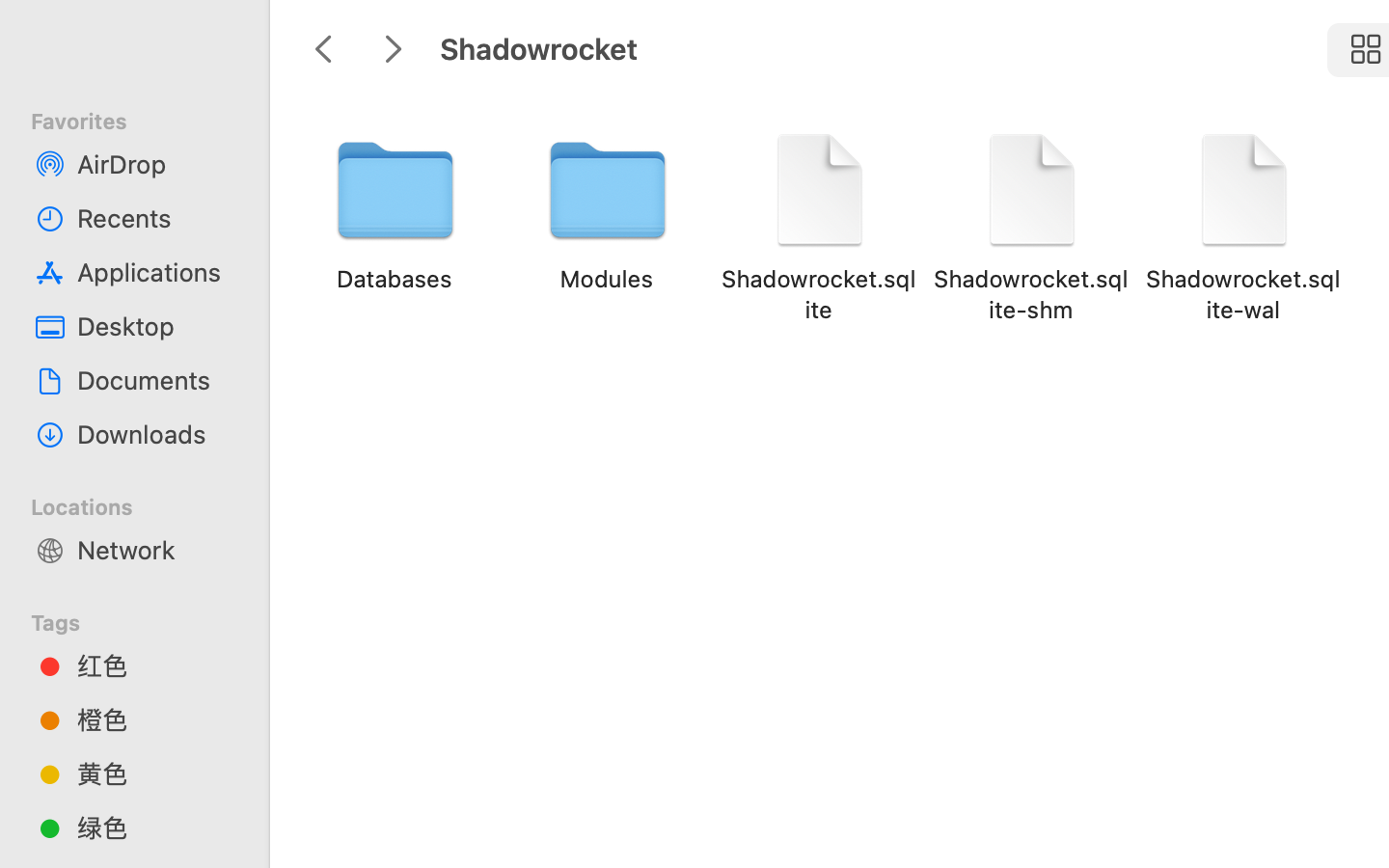 This screenshot has height=868, width=1389. What do you see at coordinates (153, 773) in the screenshot?
I see `'黄色'` at bounding box center [153, 773].